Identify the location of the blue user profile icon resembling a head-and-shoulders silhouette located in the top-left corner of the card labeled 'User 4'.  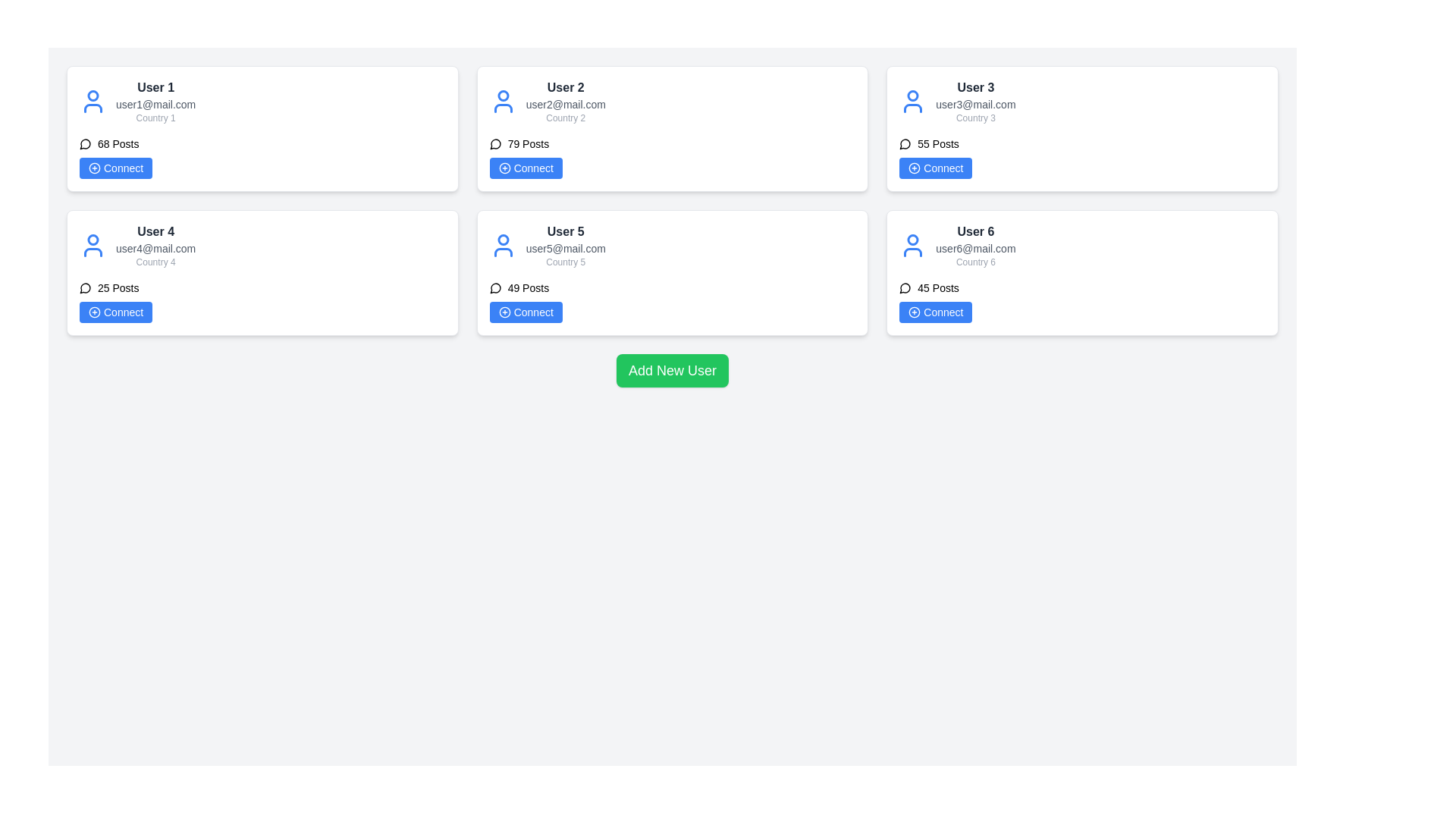
(93, 245).